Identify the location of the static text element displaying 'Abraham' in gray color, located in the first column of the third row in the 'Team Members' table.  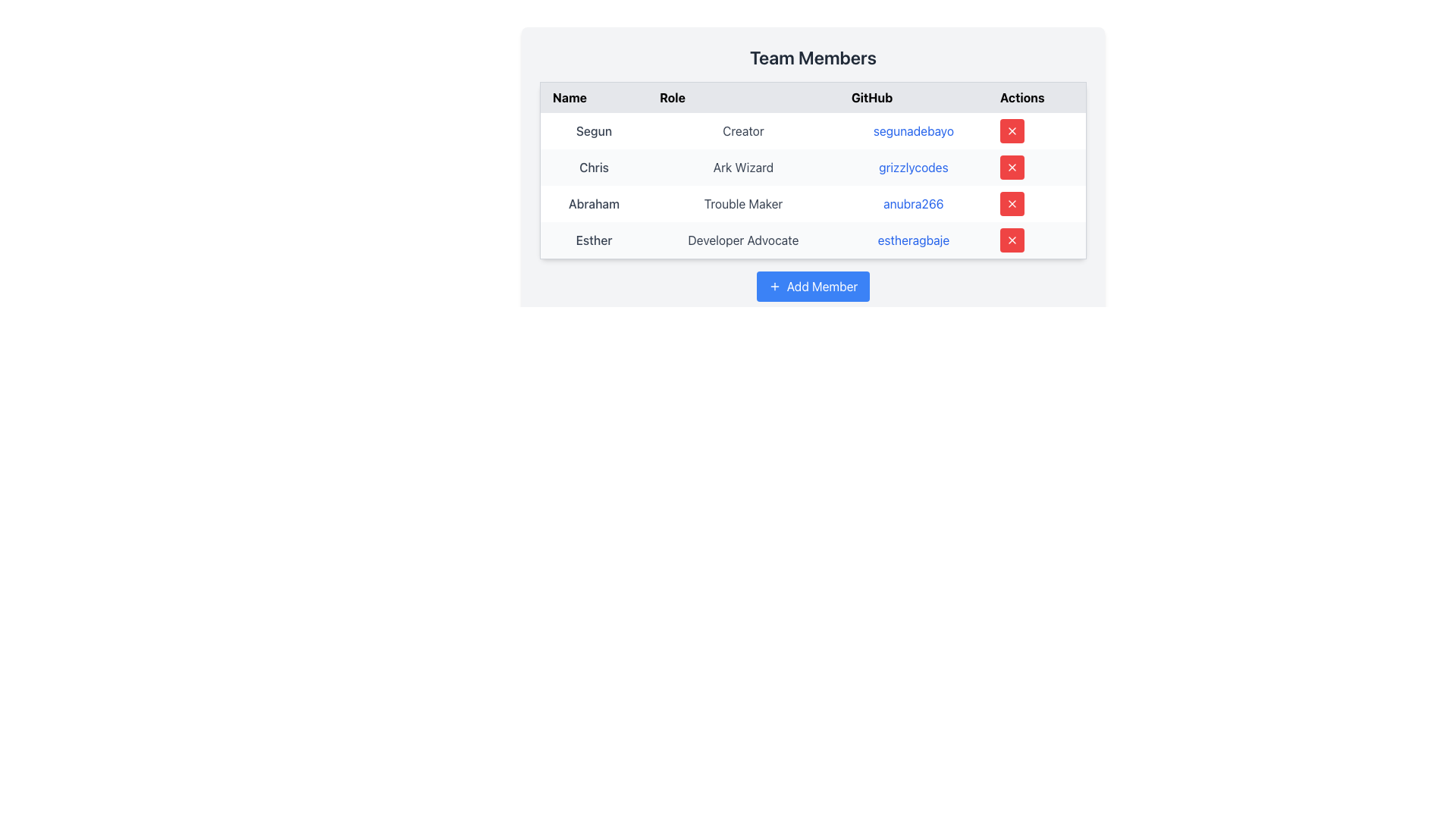
(593, 203).